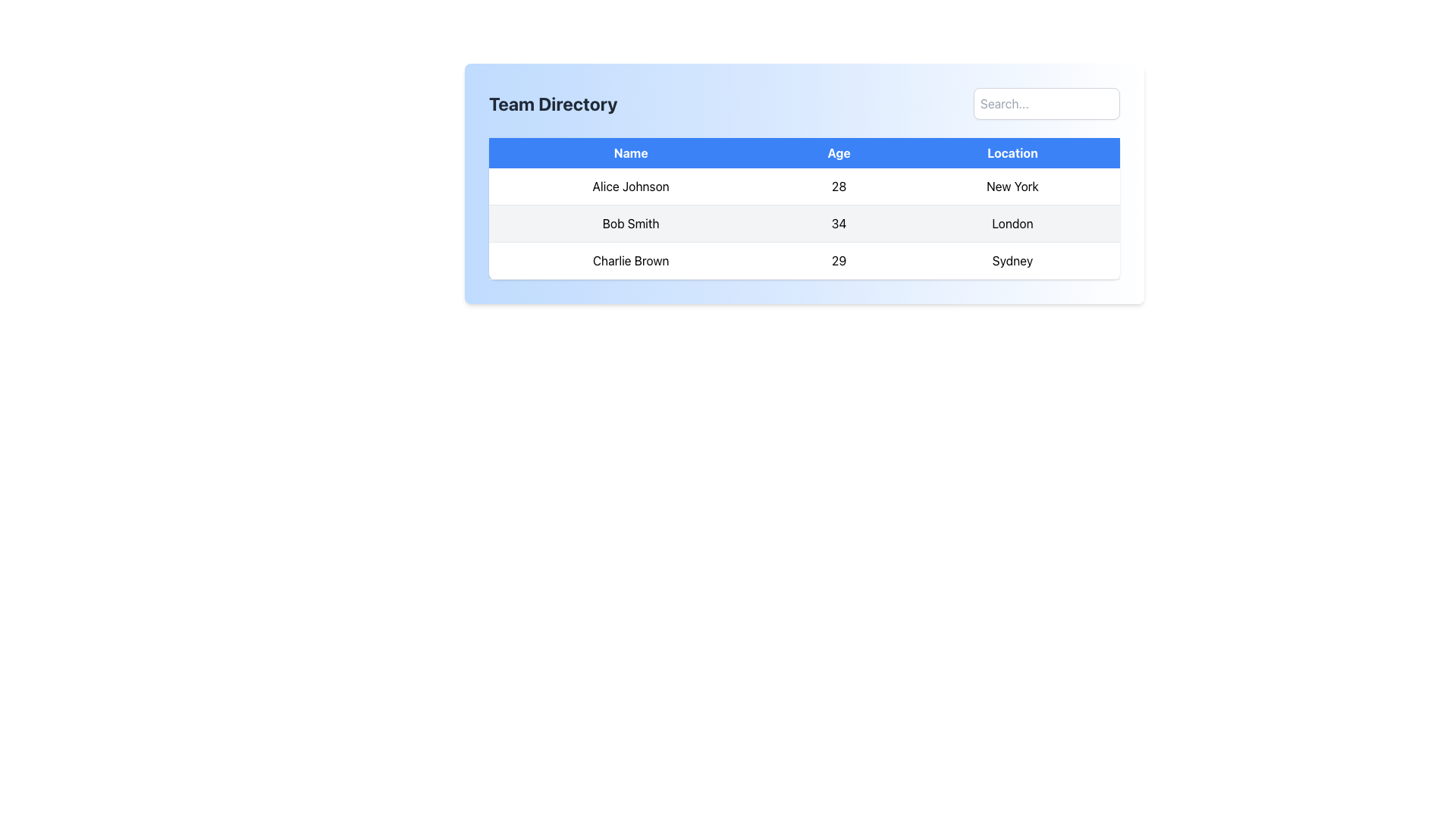 This screenshot has height=819, width=1456. I want to click on the Table Header Cell for the 'Age' column, which is the second column in the header row of the table, so click(838, 152).